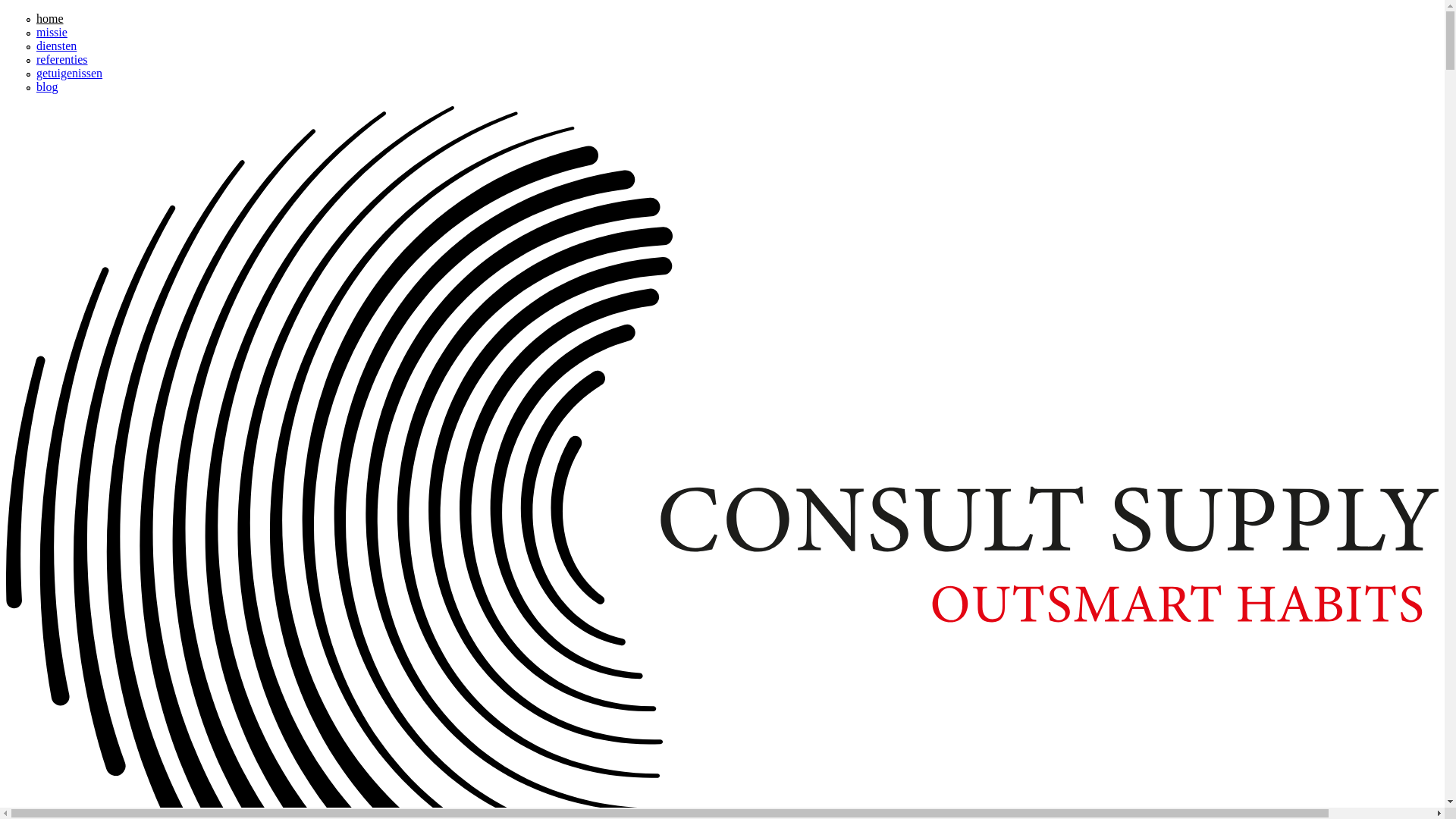 The width and height of the screenshot is (1456, 819). I want to click on 'home', so click(50, 18).